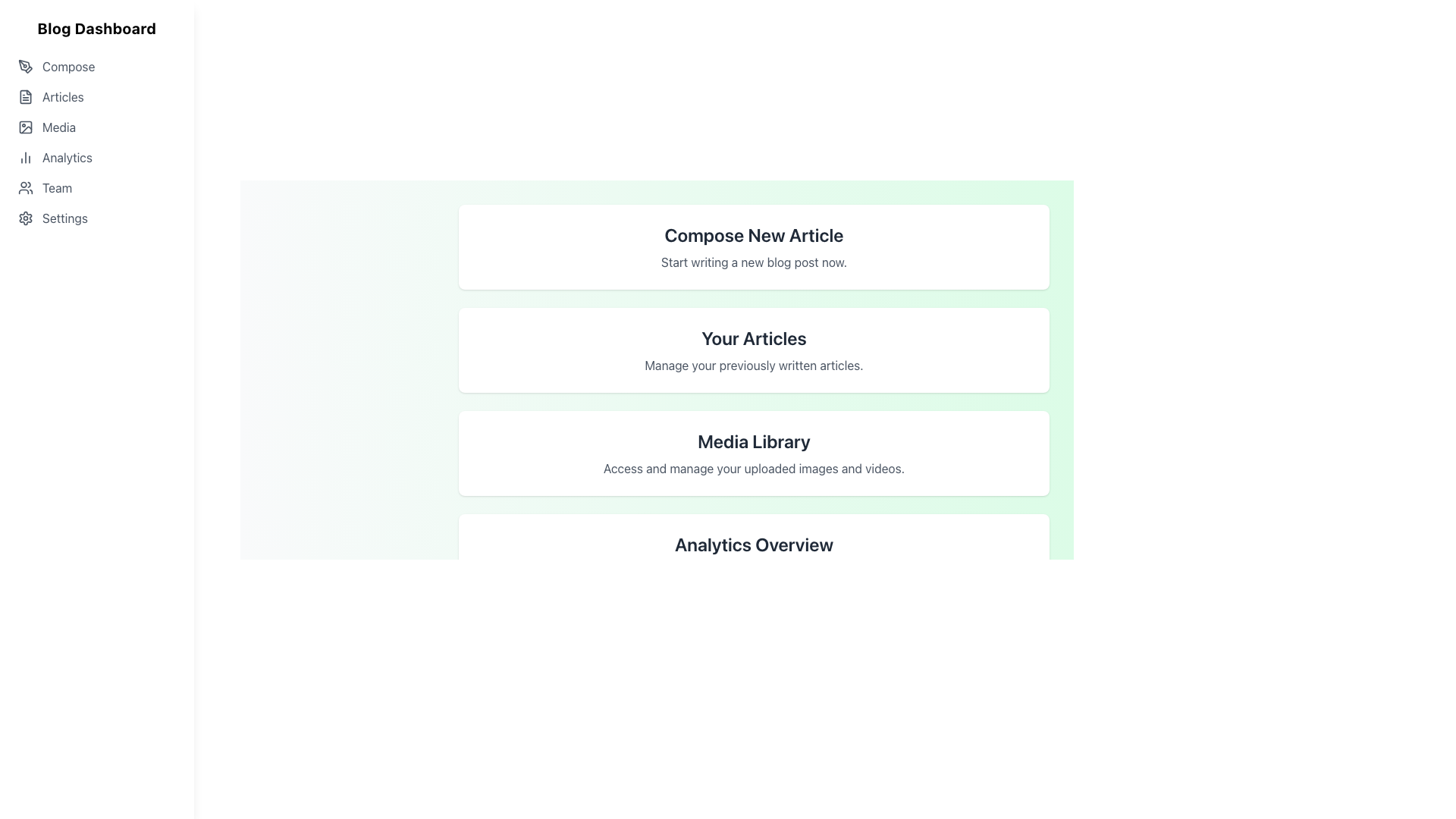 Image resolution: width=1456 pixels, height=819 pixels. Describe the element at coordinates (96, 29) in the screenshot. I see `the Text label located in the top-left corner of the page, which serves as a title or heading for the section below it` at that location.